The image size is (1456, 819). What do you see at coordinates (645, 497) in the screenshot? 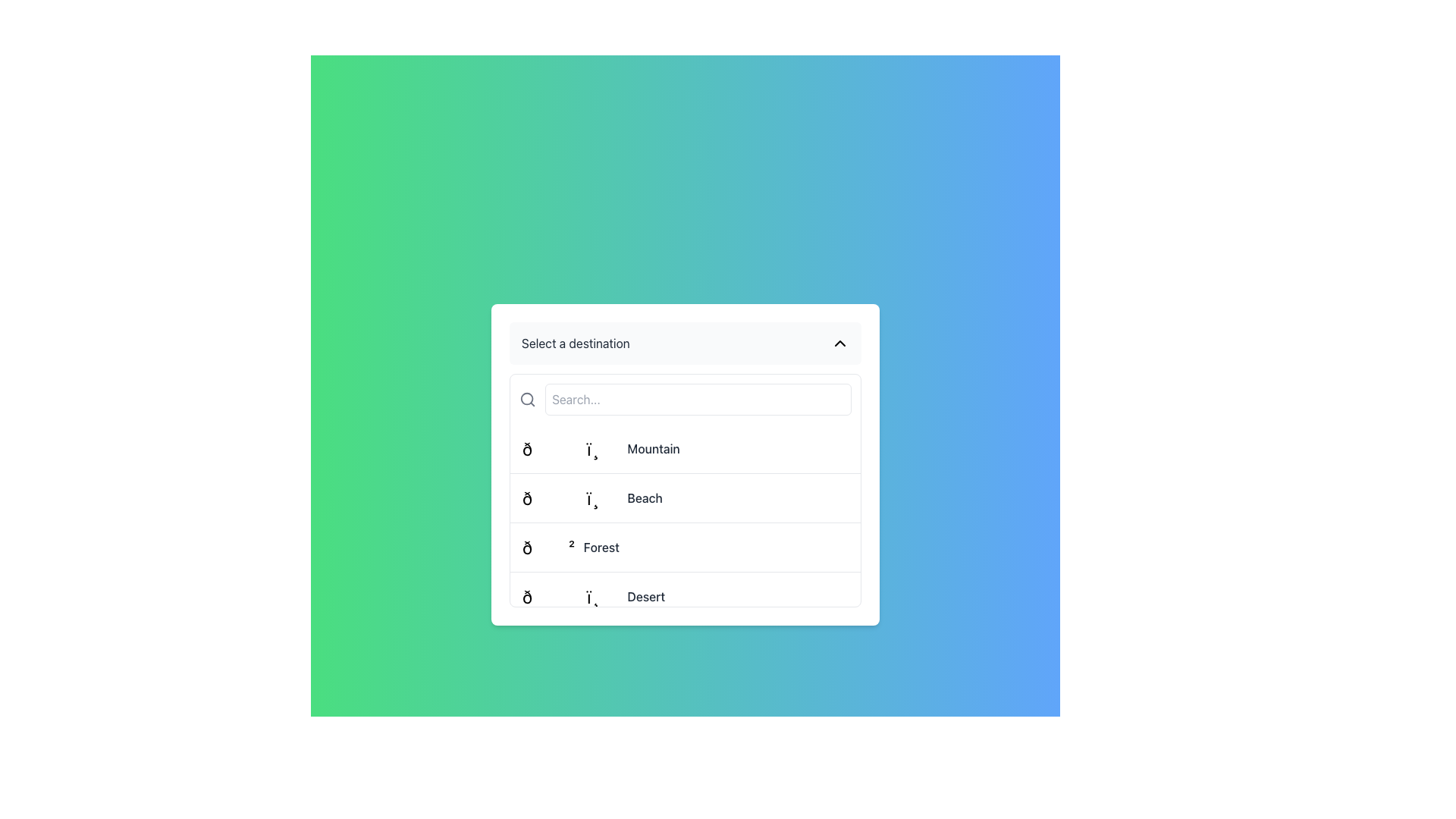
I see `text of the label that is the second entry from the top in a dropdown box, adjacent to an emoji icon` at bounding box center [645, 497].